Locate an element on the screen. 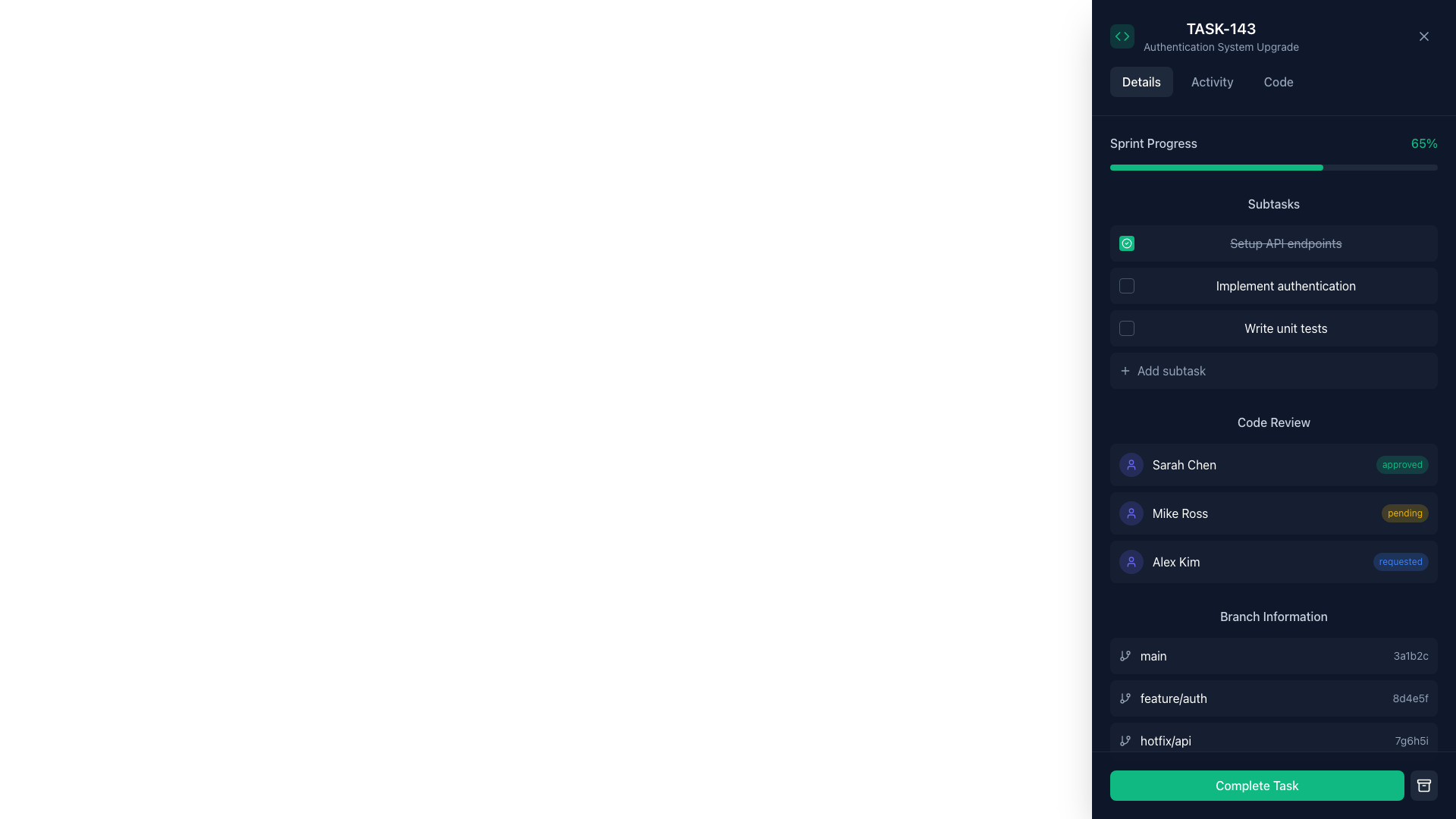 The width and height of the screenshot is (1456, 819). the text label displaying 'Implement authentication', which is positioned below 'Setup API endpoints' and above 'Write unit tests' in the subtasks section is located at coordinates (1285, 286).